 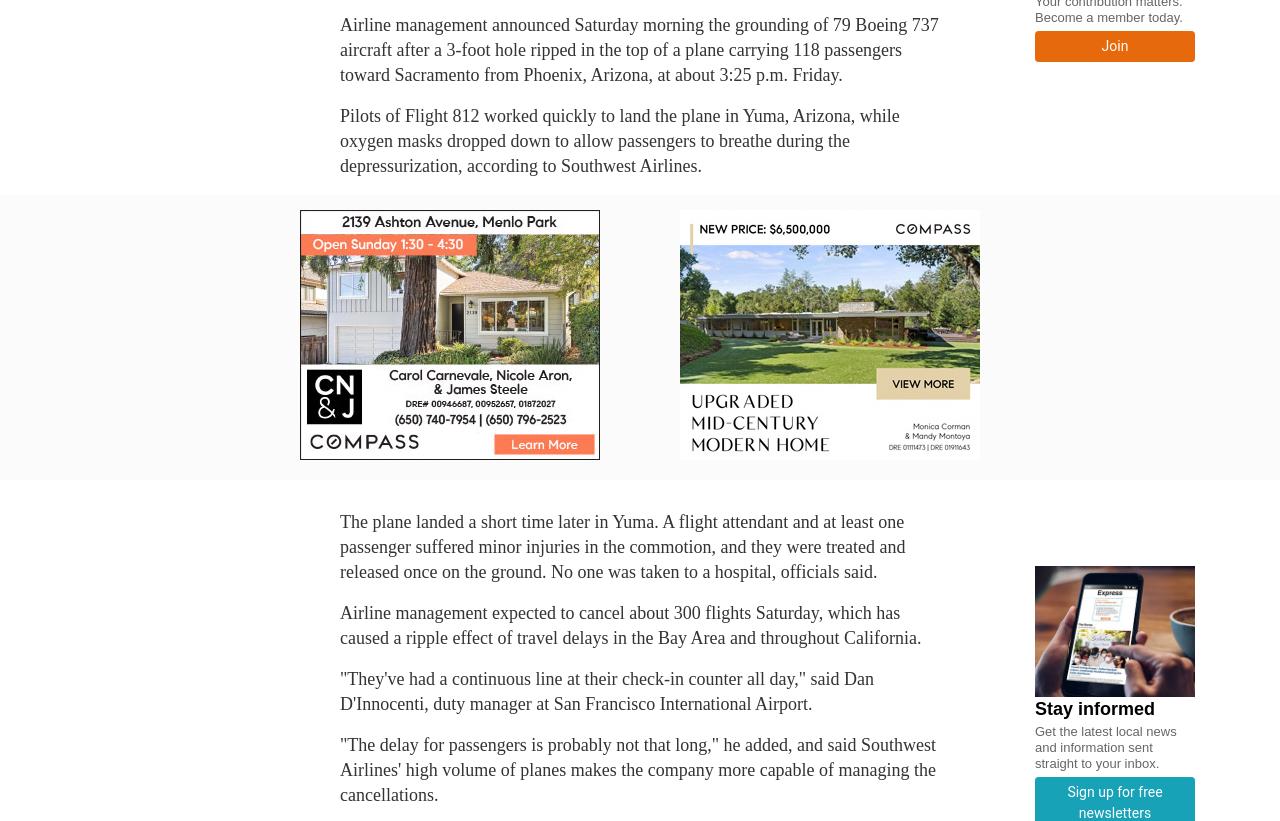 What do you see at coordinates (618, 140) in the screenshot?
I see `'Pilots of Flight 812 worked quickly to land the plane in Yuma, Arizona, while oxygen masks dropped down to allow passengers to breathe during the depressurization, according to Southwest Airlines.'` at bounding box center [618, 140].